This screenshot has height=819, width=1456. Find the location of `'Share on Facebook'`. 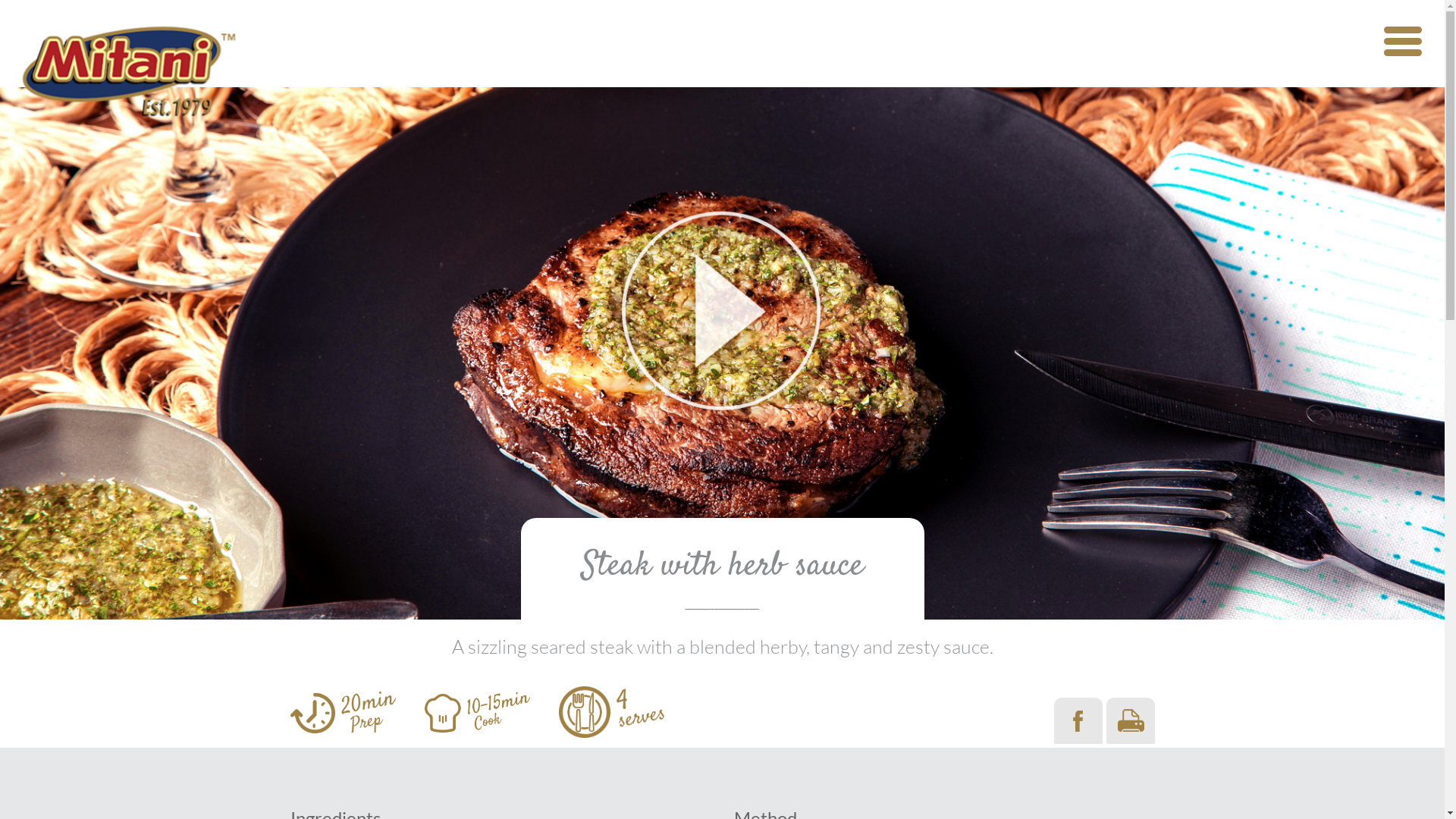

'Share on Facebook' is located at coordinates (1053, 720).